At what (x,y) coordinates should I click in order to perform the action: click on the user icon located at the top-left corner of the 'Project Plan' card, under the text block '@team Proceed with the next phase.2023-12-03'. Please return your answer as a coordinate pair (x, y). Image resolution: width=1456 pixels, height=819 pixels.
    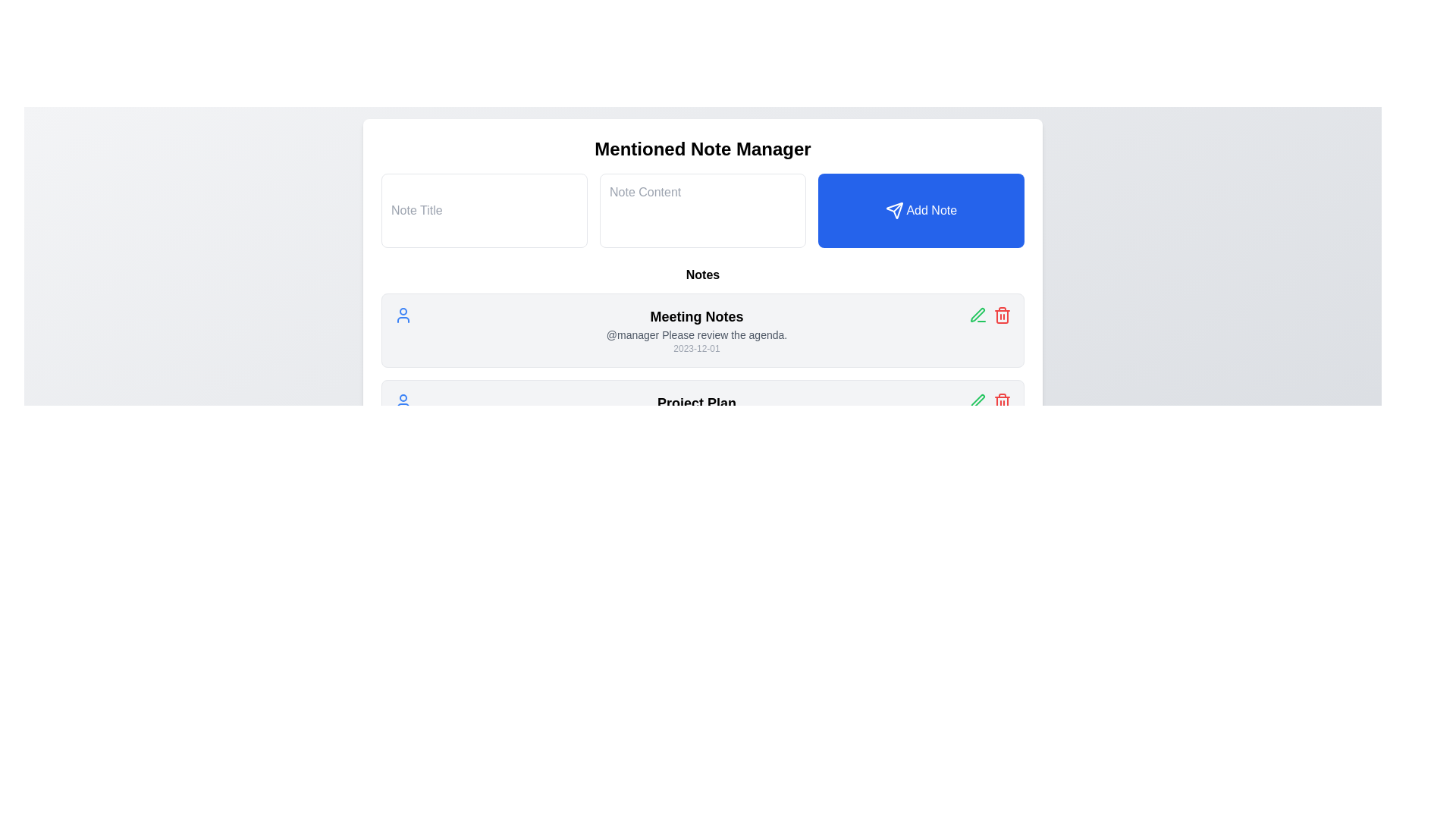
    Looking at the image, I should click on (403, 400).